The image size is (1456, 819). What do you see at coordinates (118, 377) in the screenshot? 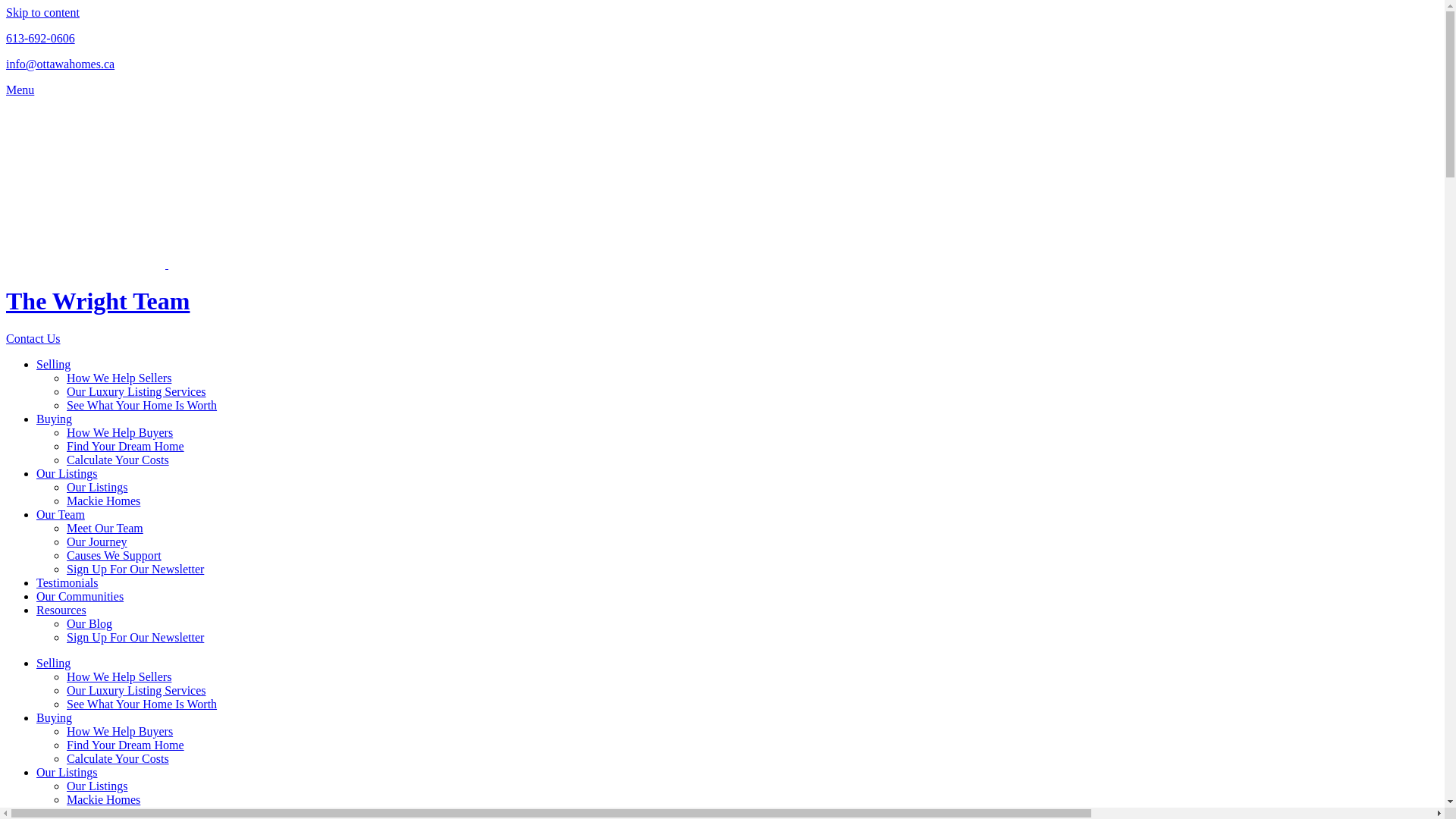
I see `'How We Help Sellers'` at bounding box center [118, 377].